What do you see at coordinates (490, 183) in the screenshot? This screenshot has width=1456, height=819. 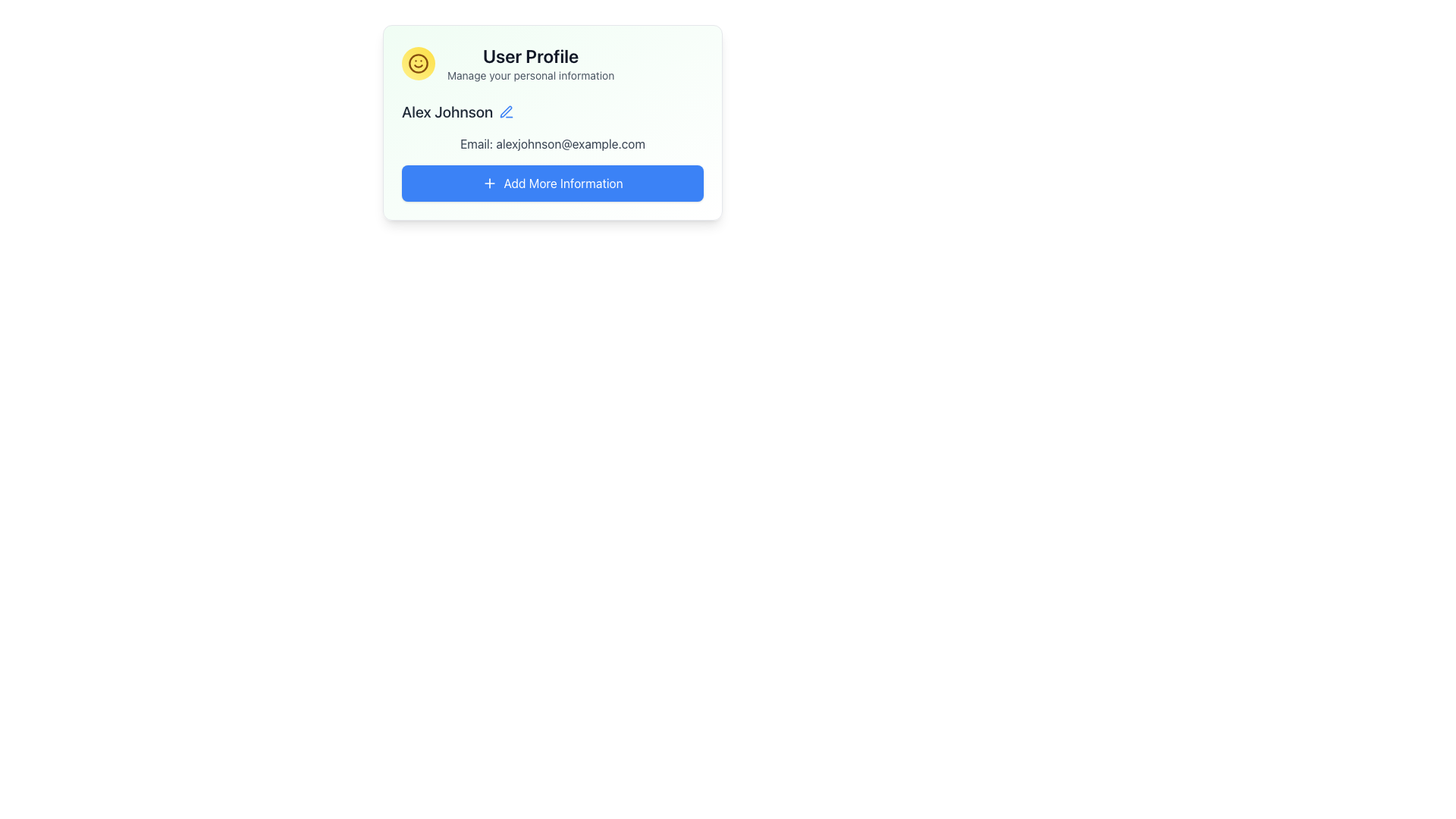 I see `the 'Add More Information' button that contains the decorative icon located to its left` at bounding box center [490, 183].